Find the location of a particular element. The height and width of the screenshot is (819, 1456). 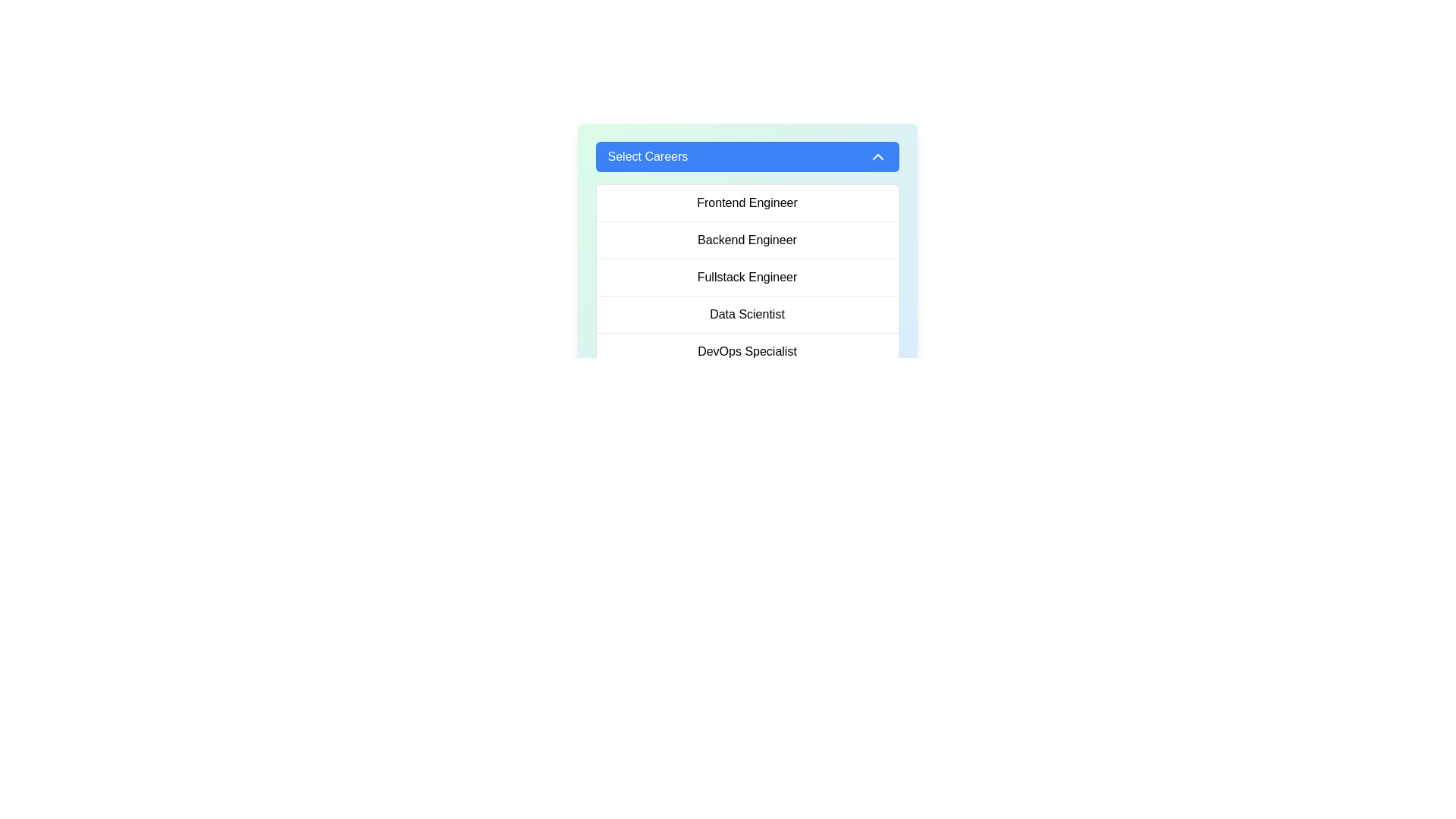

the 'Fullstack Engineer' option in the dropdown menu, which is styled with a gradient background and is the third option among the career choices is located at coordinates (747, 275).